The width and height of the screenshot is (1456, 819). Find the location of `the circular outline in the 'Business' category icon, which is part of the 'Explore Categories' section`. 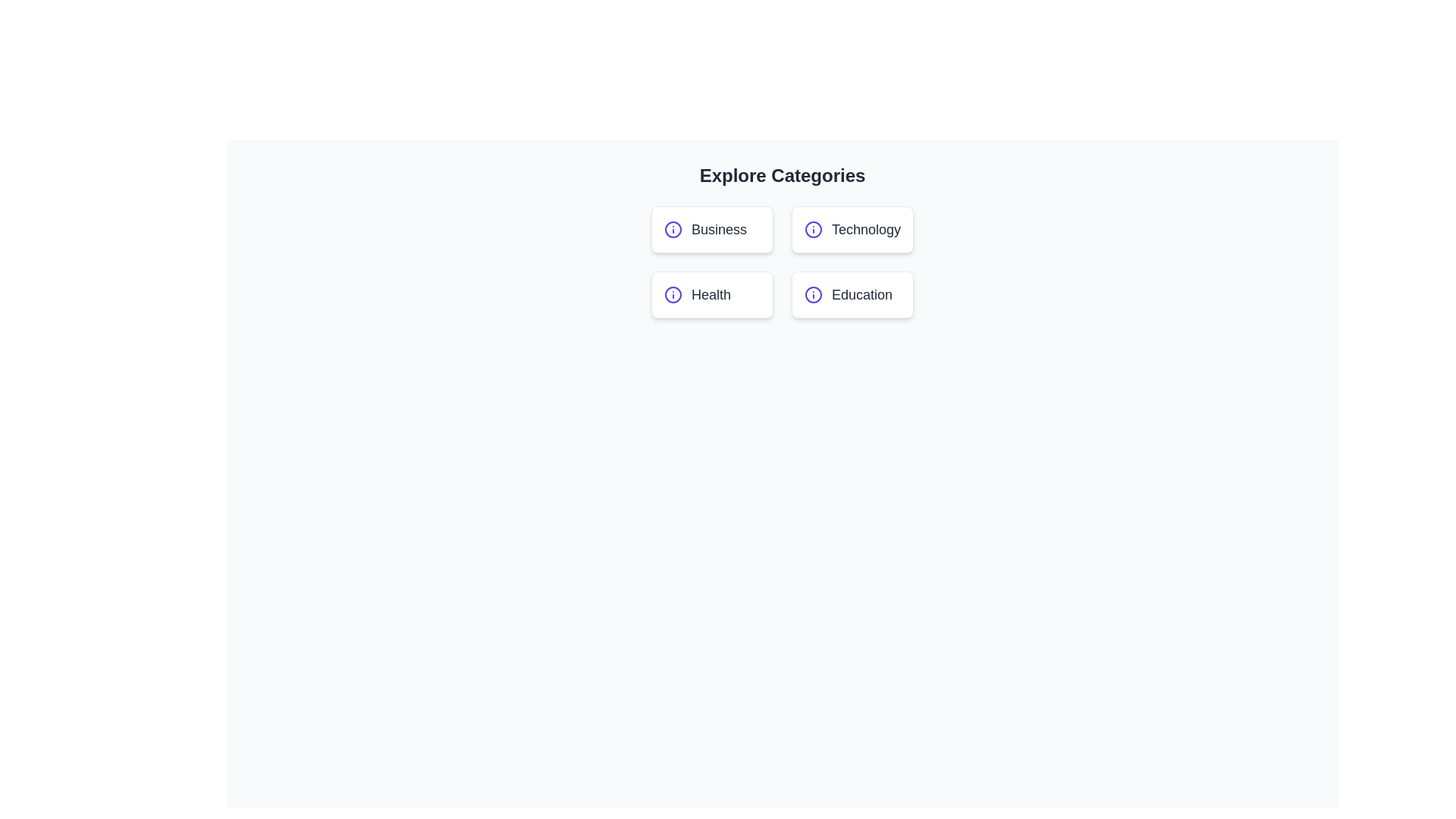

the circular outline in the 'Business' category icon, which is part of the 'Explore Categories' section is located at coordinates (673, 230).